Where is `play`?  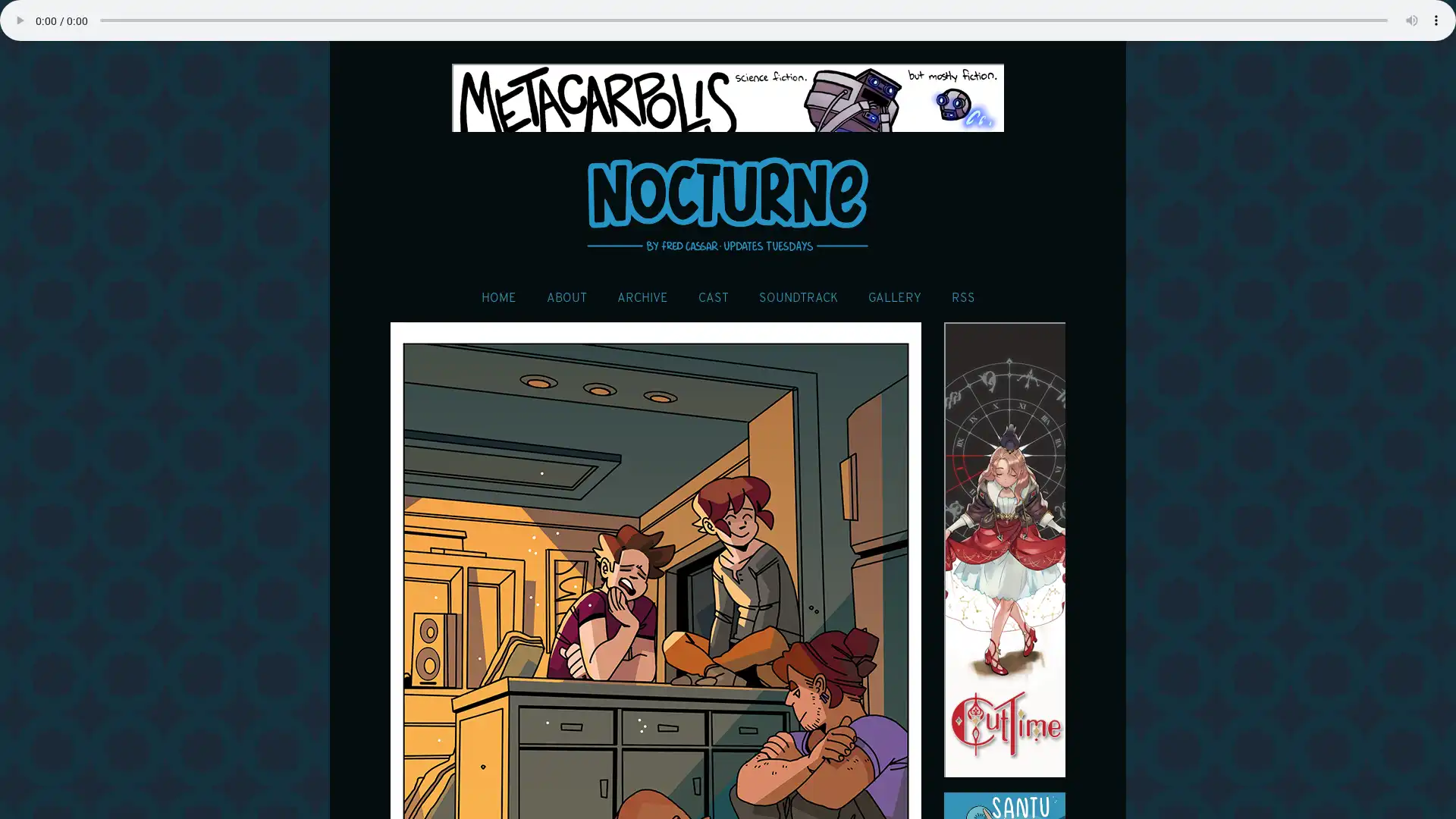 play is located at coordinates (19, 20).